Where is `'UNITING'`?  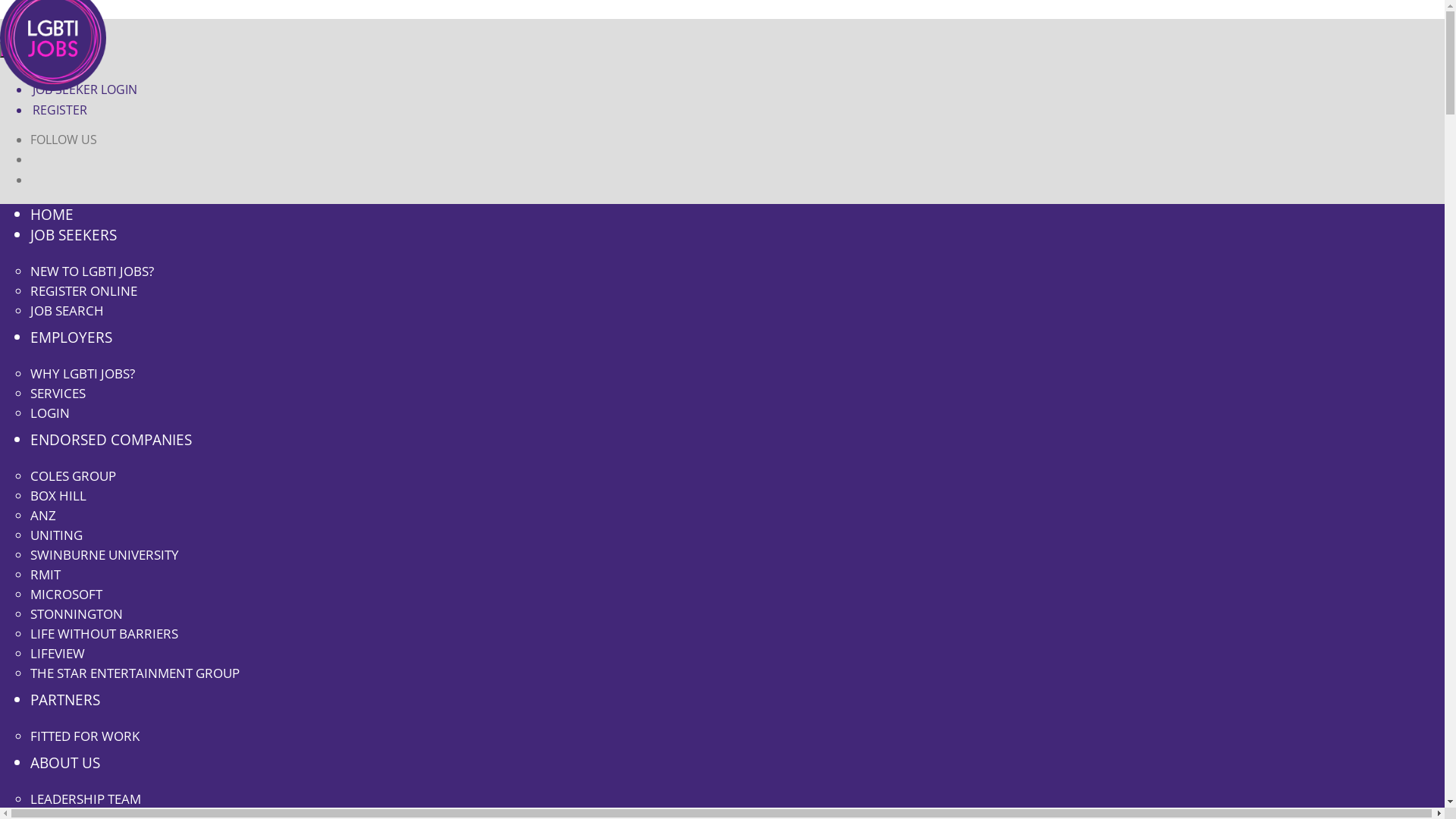
'UNITING' is located at coordinates (56, 534).